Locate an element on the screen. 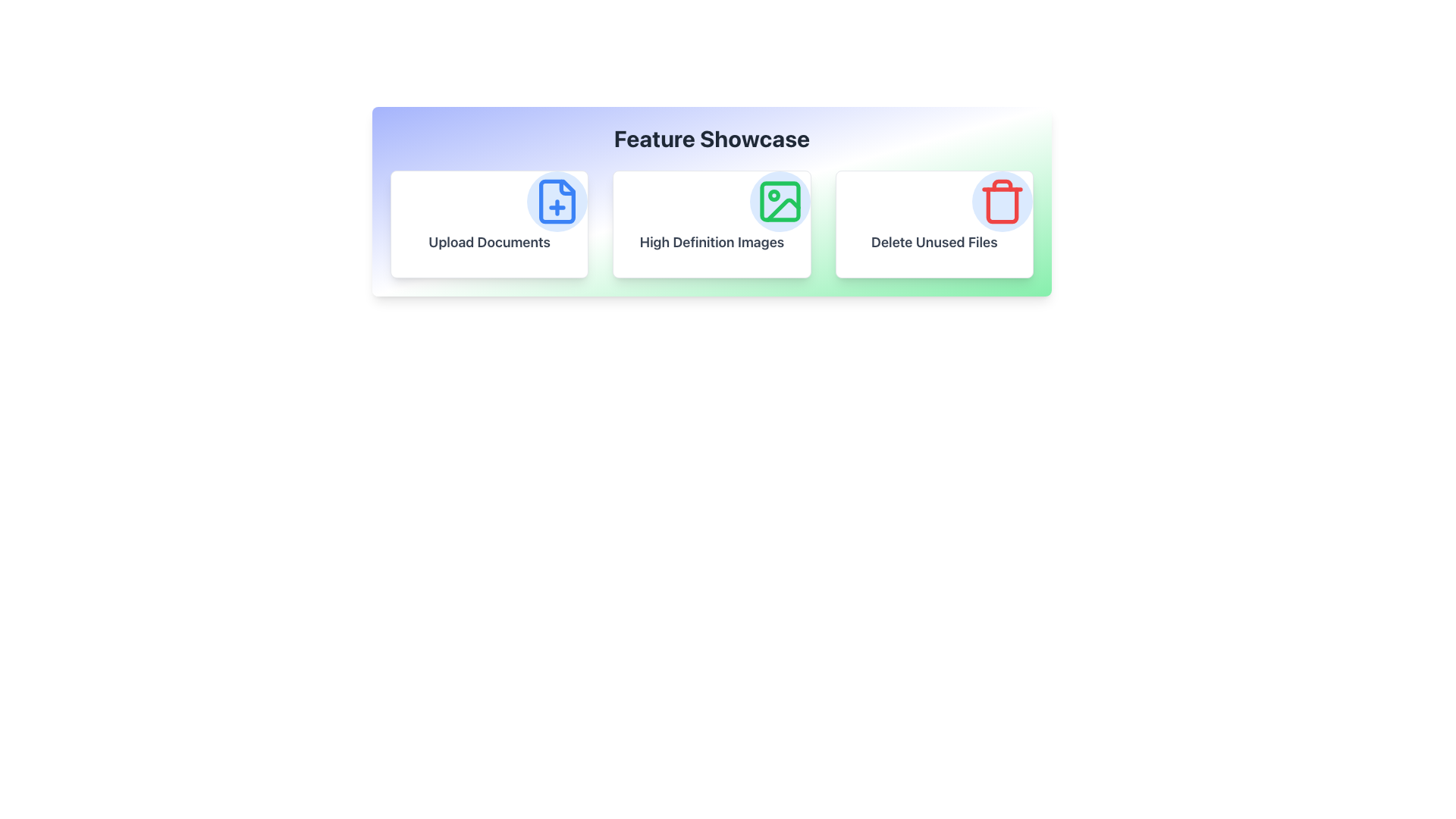 Image resolution: width=1456 pixels, height=819 pixels. the blue curved line at the top of the document-like shape in the SVG graphic, which is part of the 'Upload Documents' icon under the 'Feature Showcase' header is located at coordinates (566, 187).